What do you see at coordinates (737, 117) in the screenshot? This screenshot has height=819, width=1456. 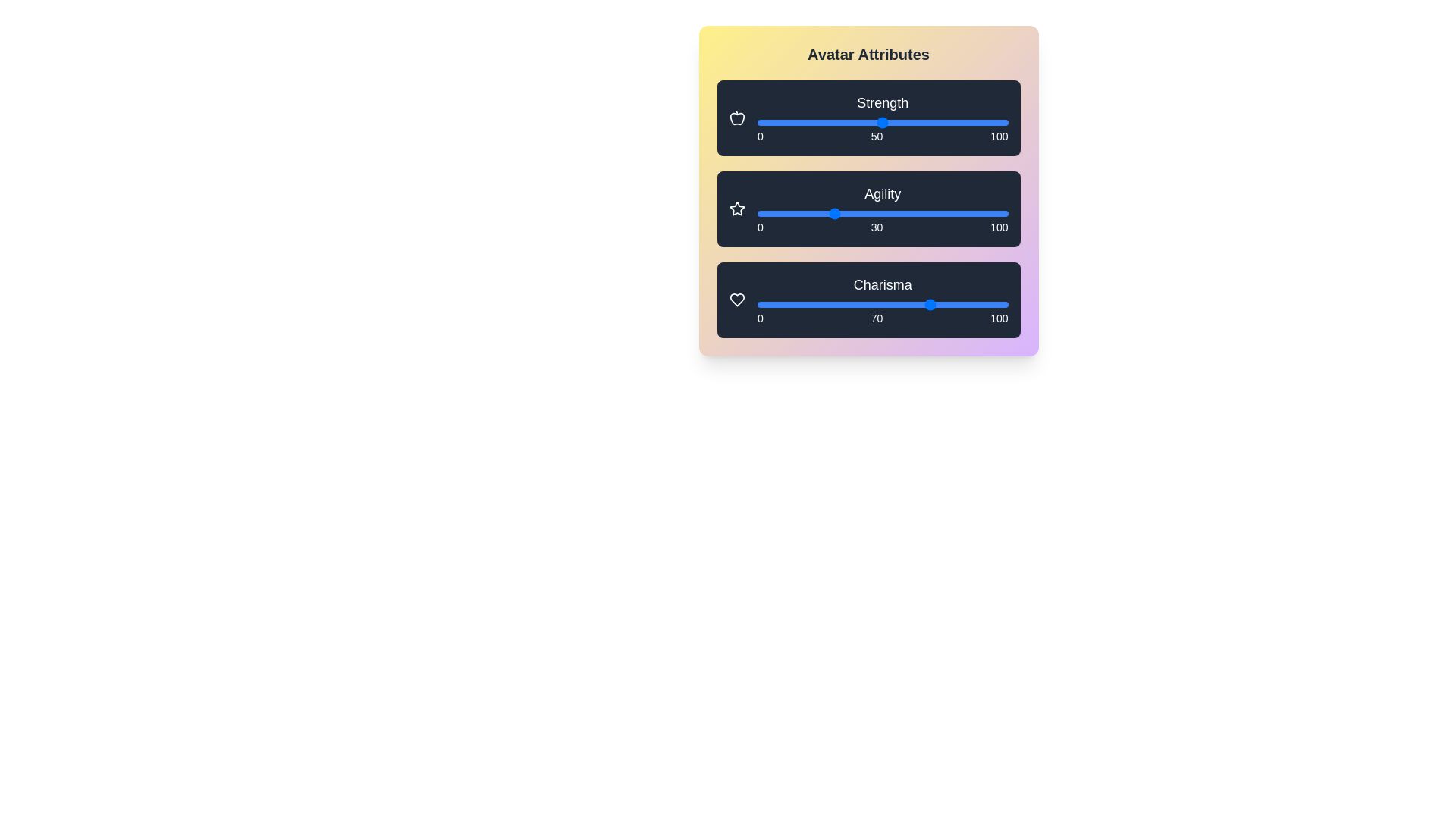 I see `the Apple icon next to the Strength slider` at bounding box center [737, 117].